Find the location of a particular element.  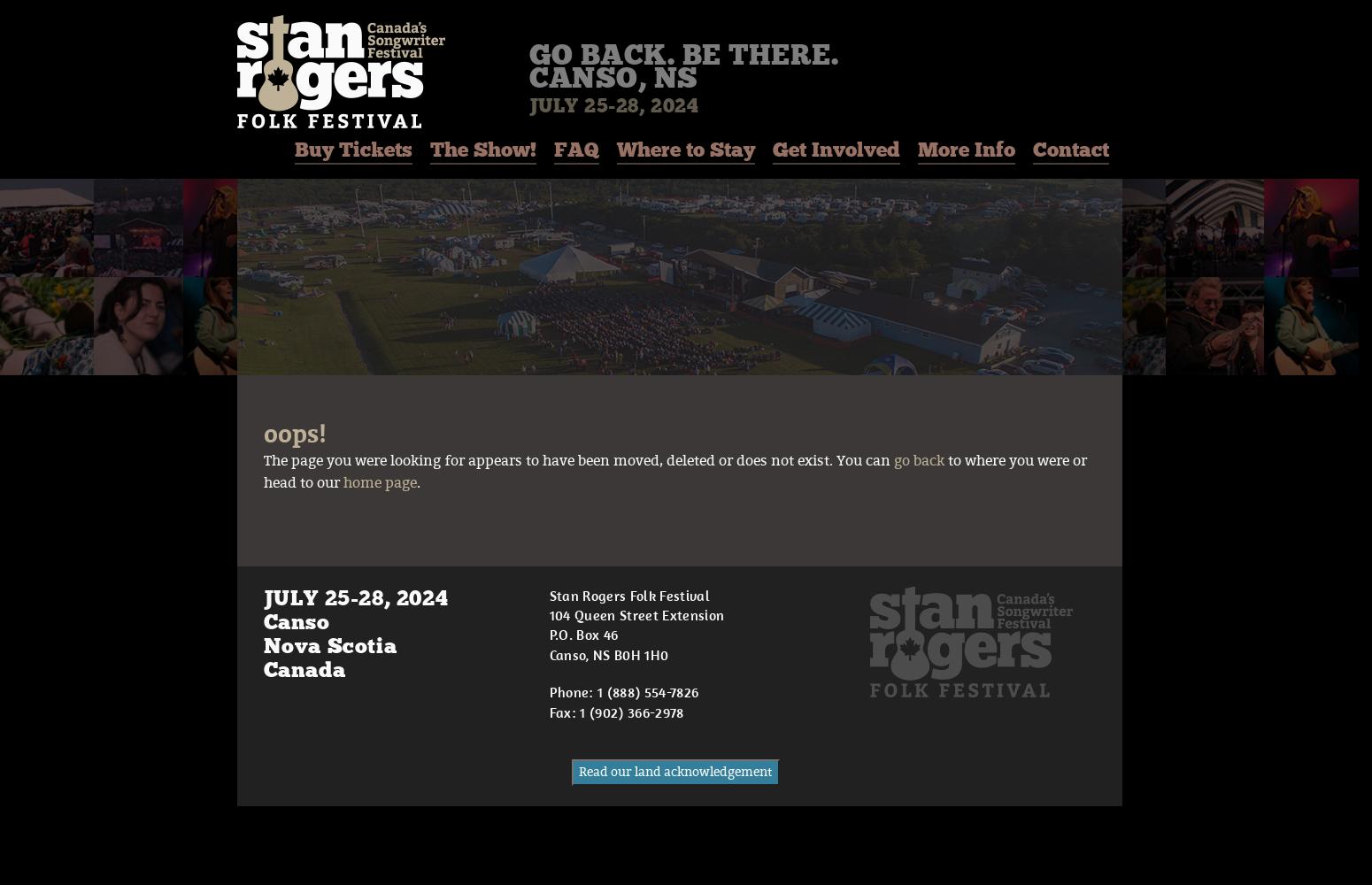

'Canso, NS' is located at coordinates (612, 77).